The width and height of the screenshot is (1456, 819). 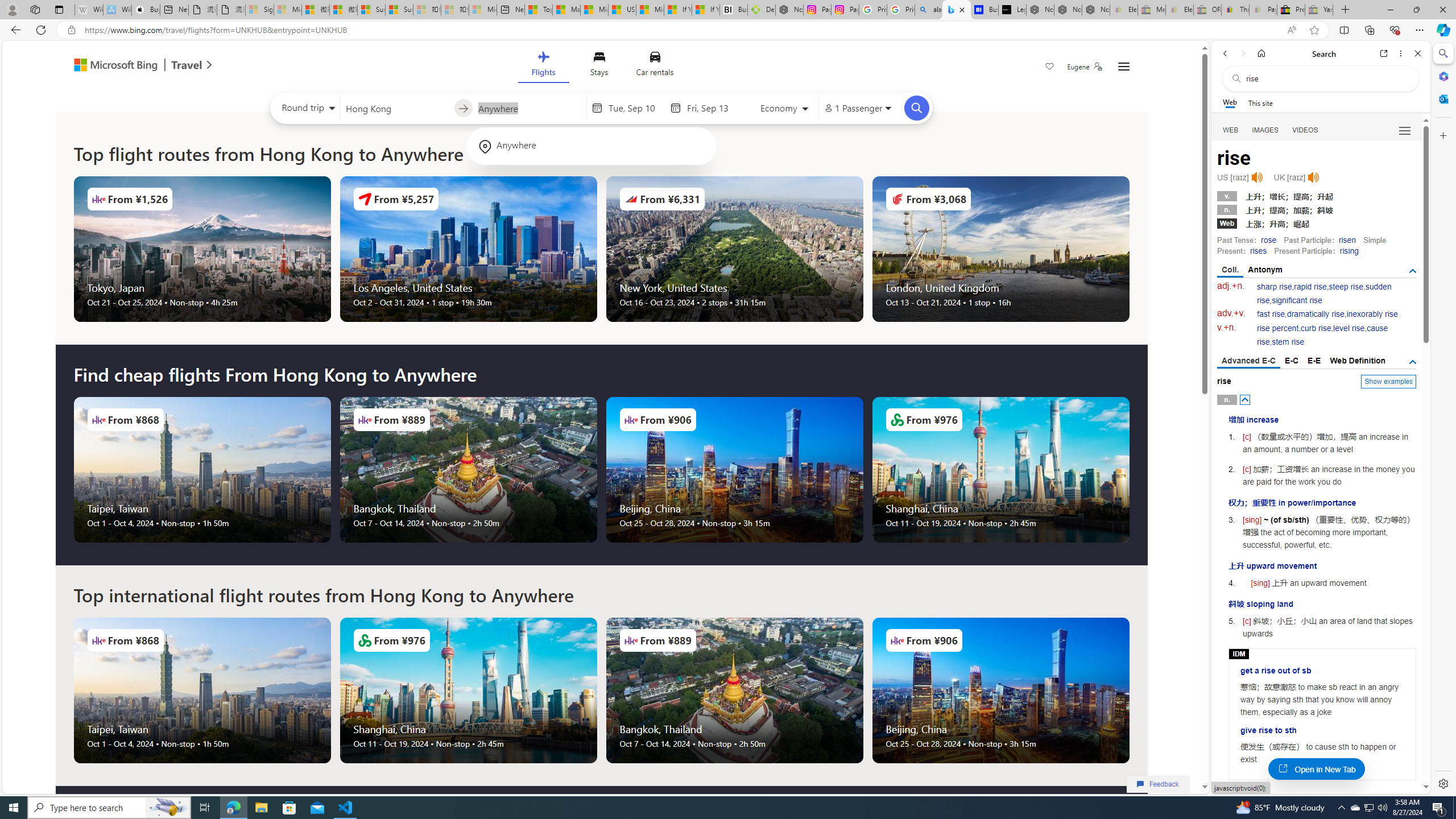 I want to click on 'rising', so click(x=1349, y=250).